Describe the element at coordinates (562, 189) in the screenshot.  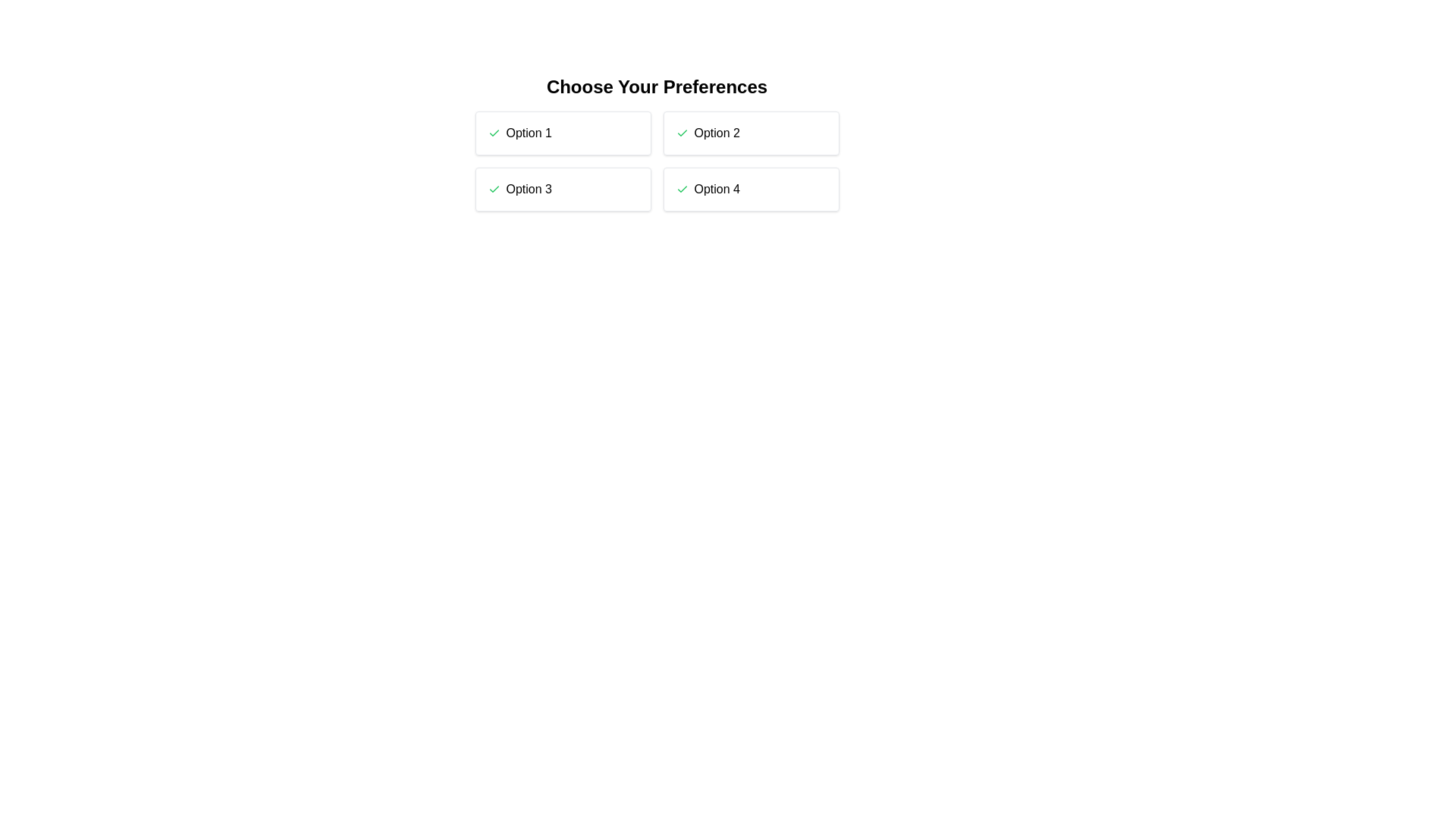
I see `the option 3 to observe the hover effect` at that location.